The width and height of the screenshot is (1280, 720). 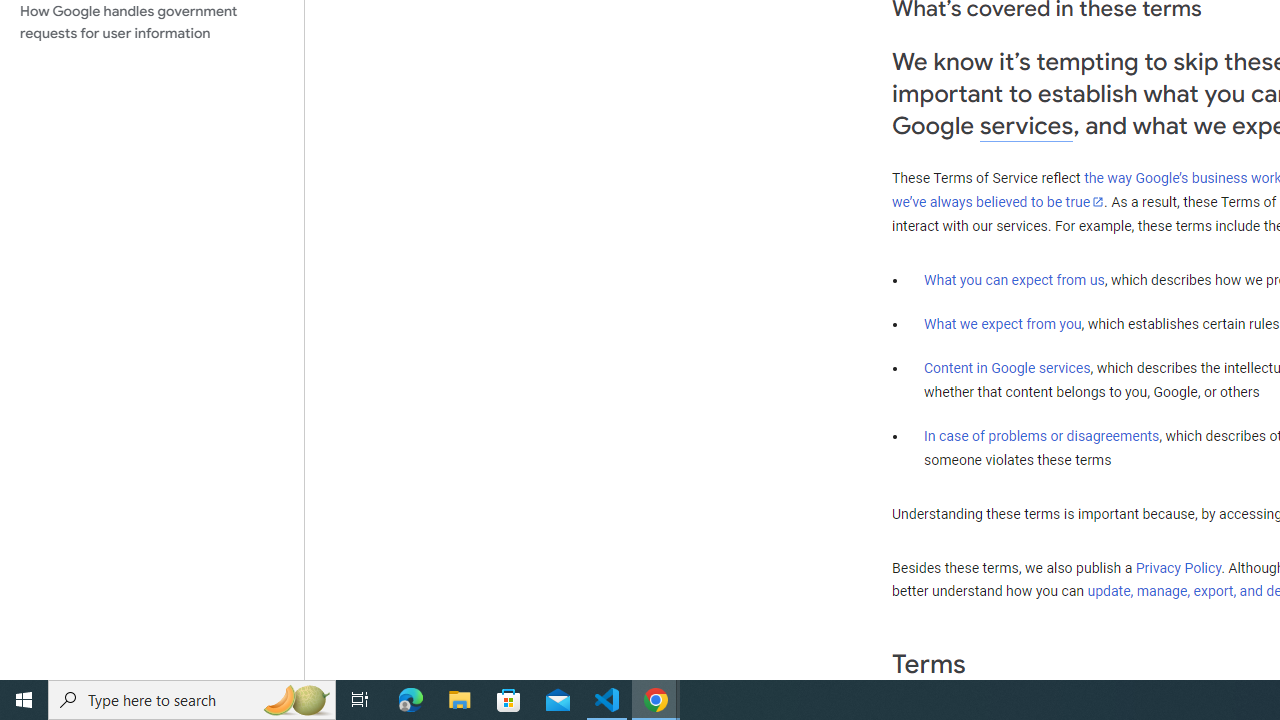 What do you see at coordinates (1040, 434) in the screenshot?
I see `'In case of problems or disagreements'` at bounding box center [1040, 434].